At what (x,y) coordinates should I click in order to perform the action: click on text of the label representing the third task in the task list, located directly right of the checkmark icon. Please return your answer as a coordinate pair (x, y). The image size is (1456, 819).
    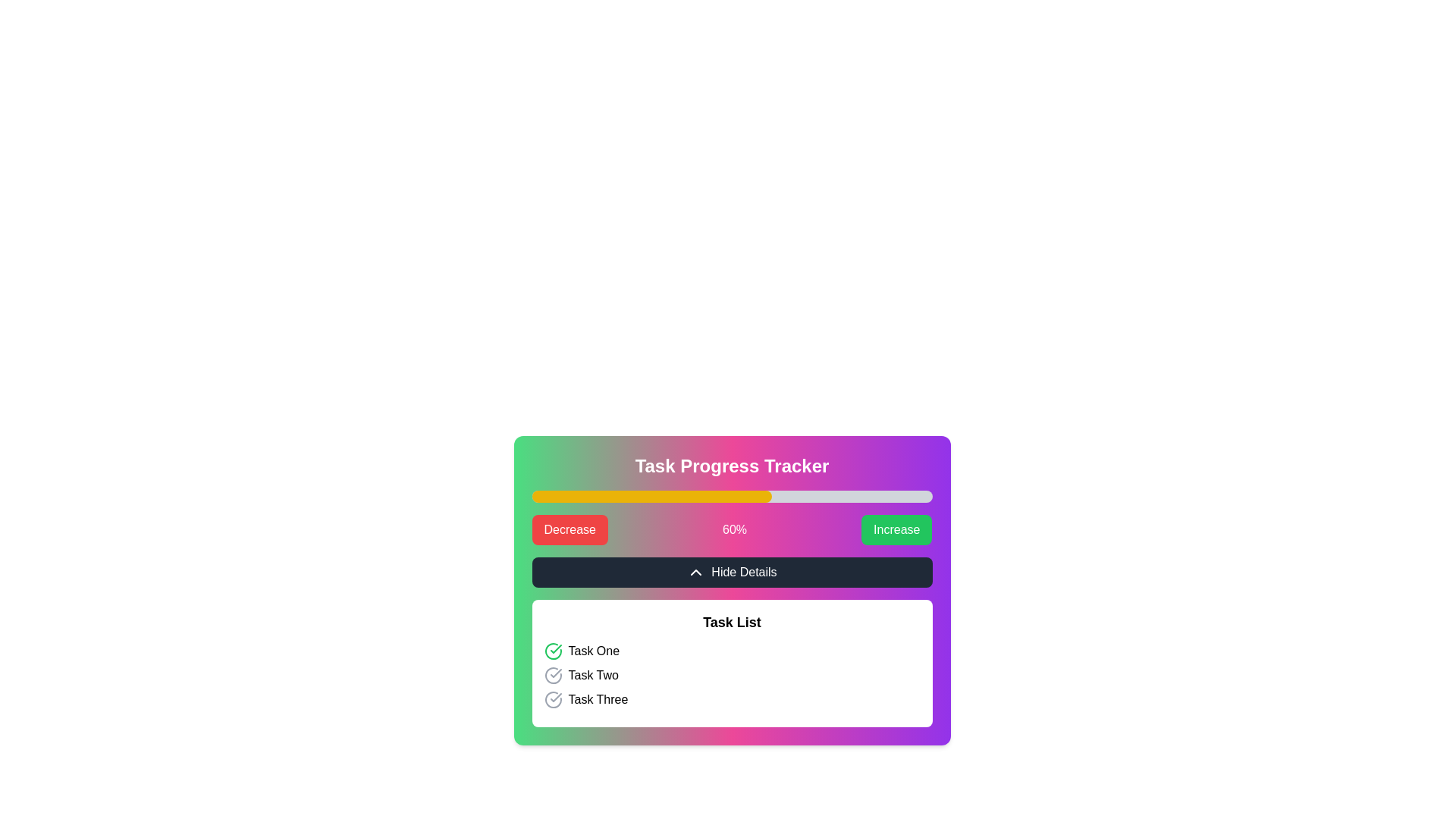
    Looking at the image, I should click on (597, 699).